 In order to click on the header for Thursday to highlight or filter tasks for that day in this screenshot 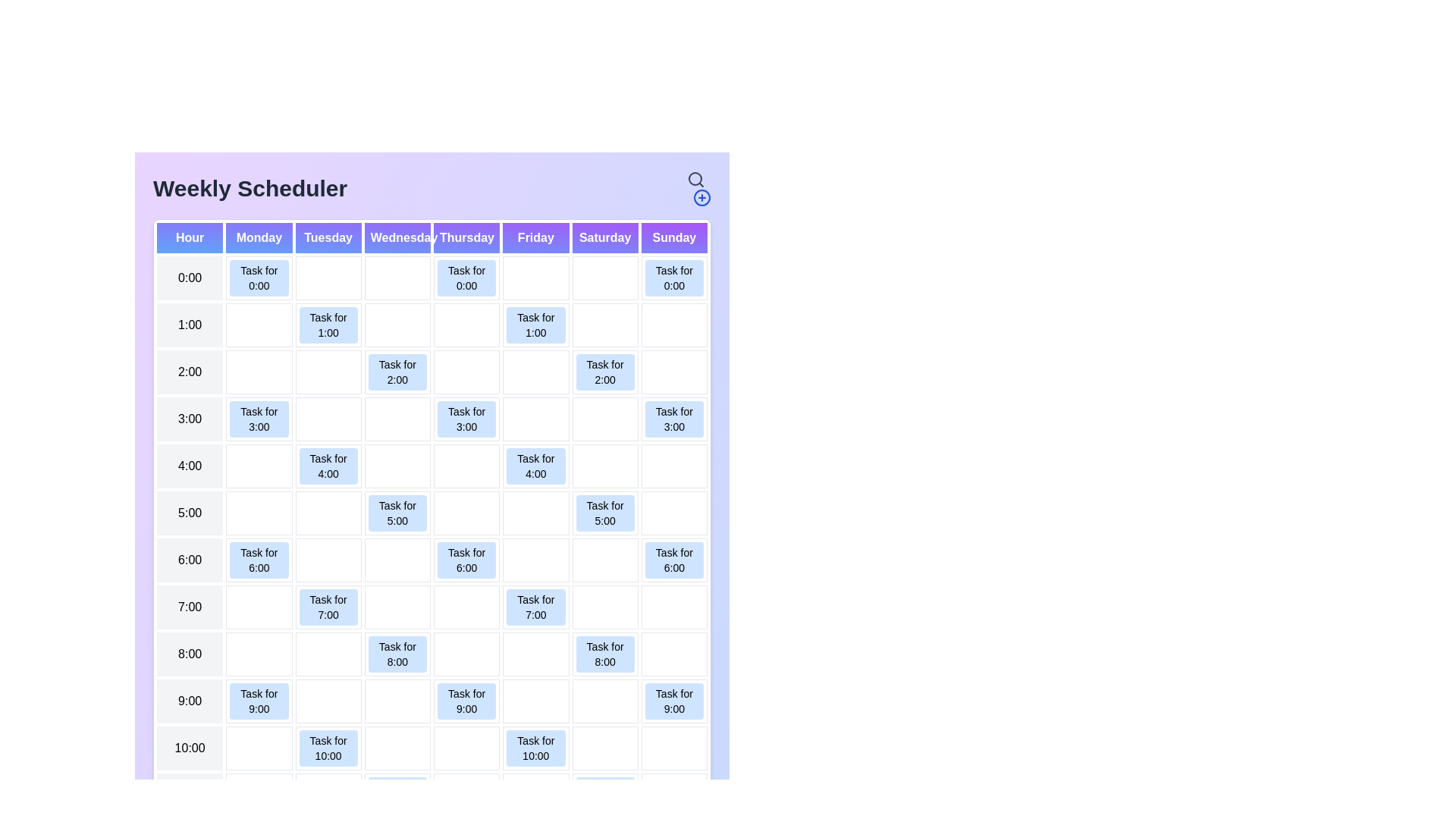, I will do `click(466, 237)`.